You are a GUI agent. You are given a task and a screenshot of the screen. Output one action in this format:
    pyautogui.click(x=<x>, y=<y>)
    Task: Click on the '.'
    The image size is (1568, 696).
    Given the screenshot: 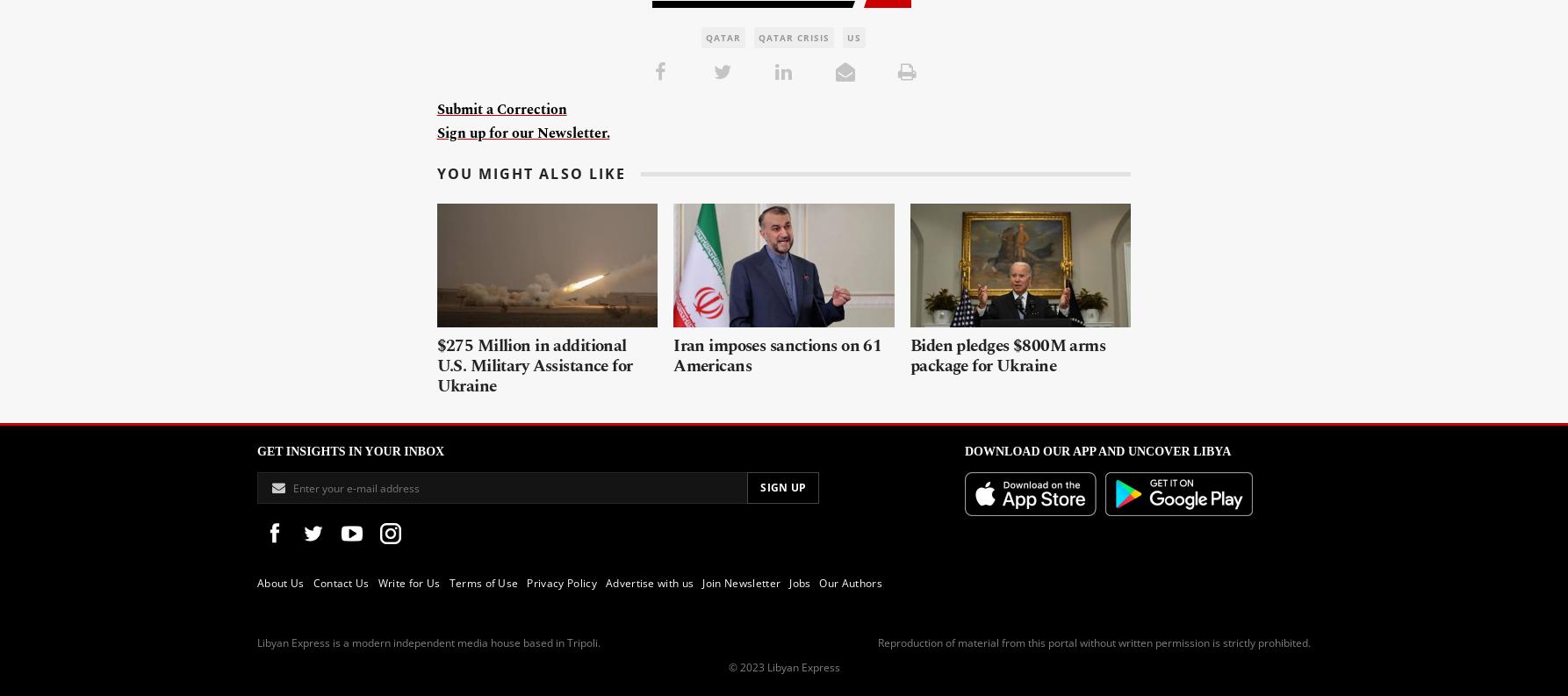 What is the action you would take?
    pyautogui.click(x=1308, y=642)
    